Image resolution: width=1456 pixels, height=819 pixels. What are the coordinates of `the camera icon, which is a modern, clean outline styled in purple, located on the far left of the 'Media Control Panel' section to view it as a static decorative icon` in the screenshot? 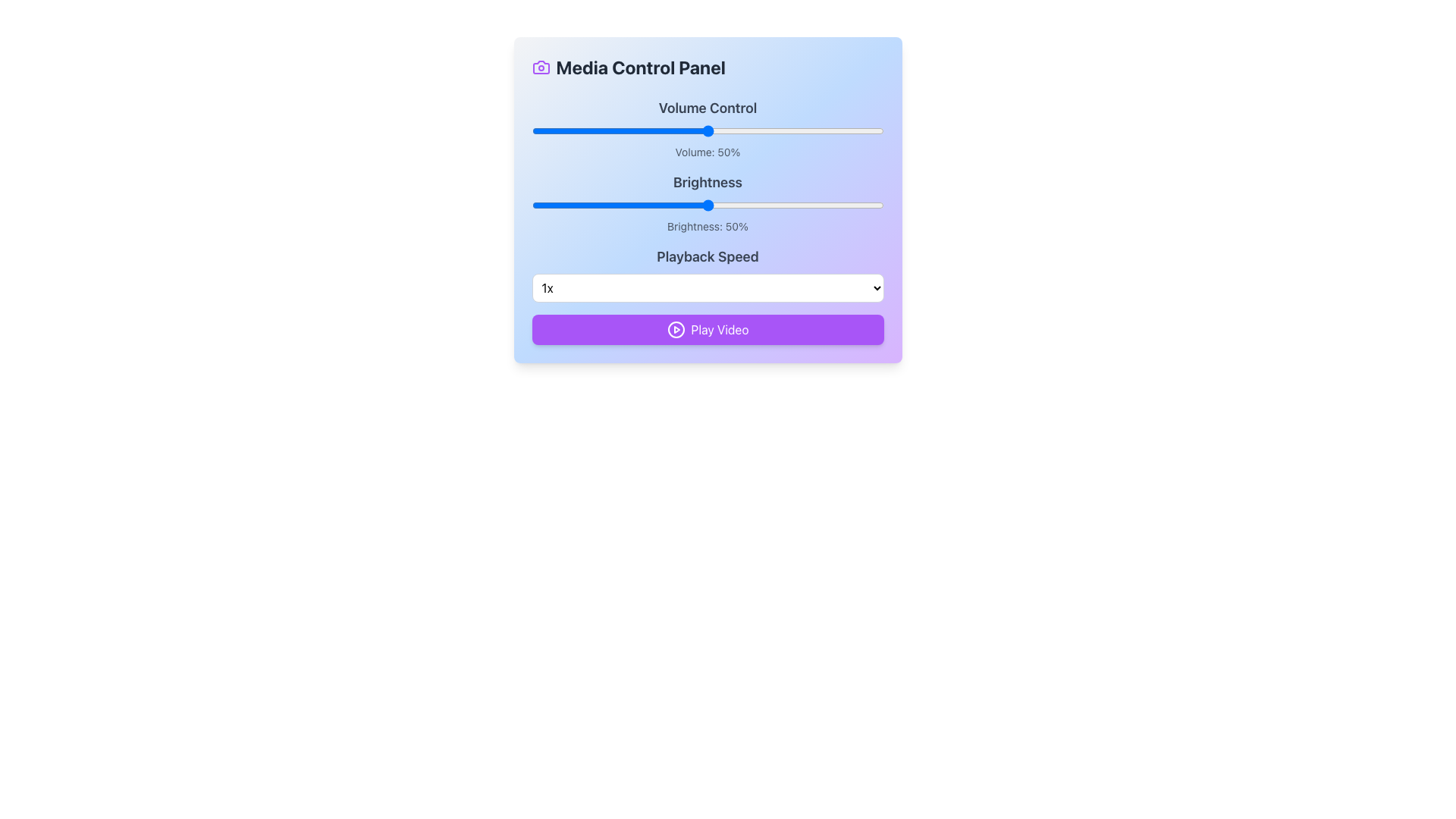 It's located at (541, 66).